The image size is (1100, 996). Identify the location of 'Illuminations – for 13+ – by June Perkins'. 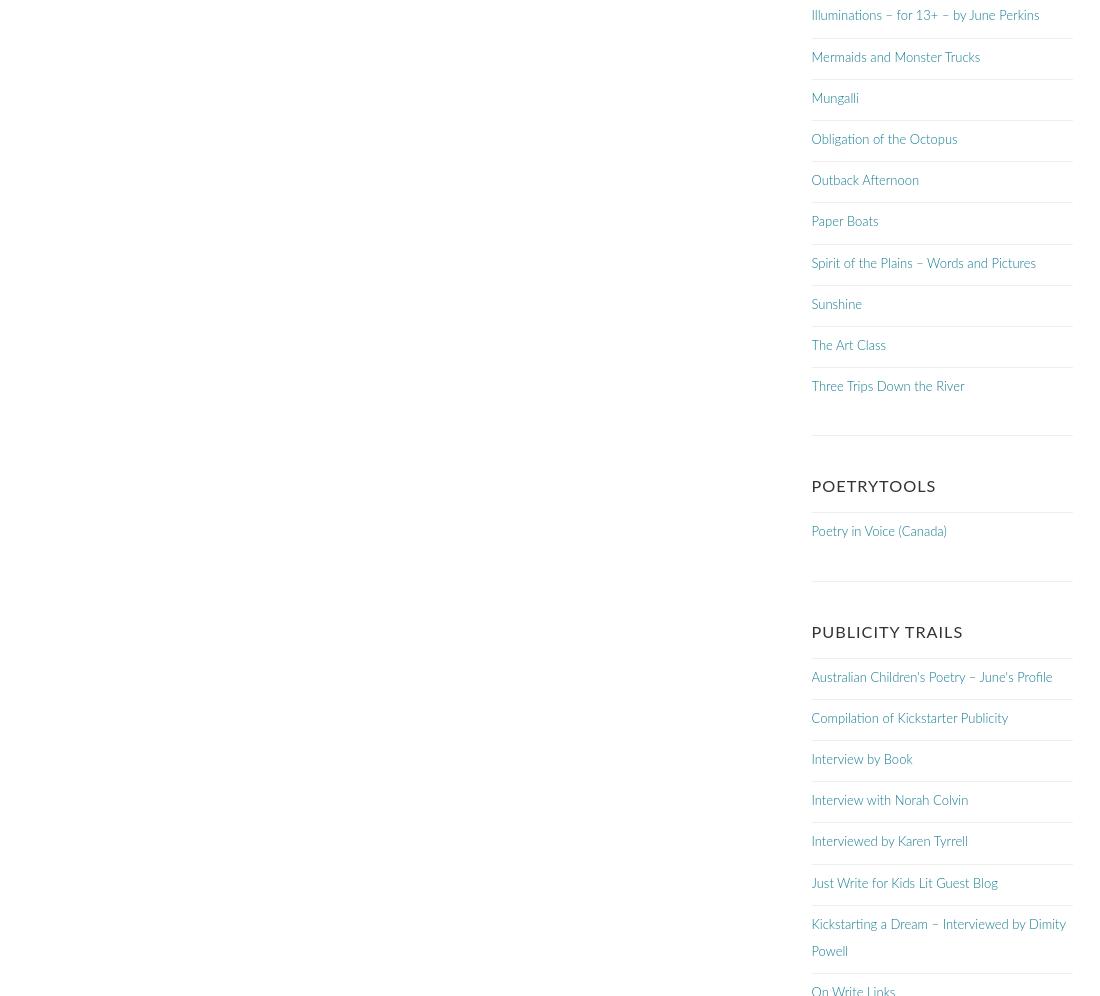
(924, 16).